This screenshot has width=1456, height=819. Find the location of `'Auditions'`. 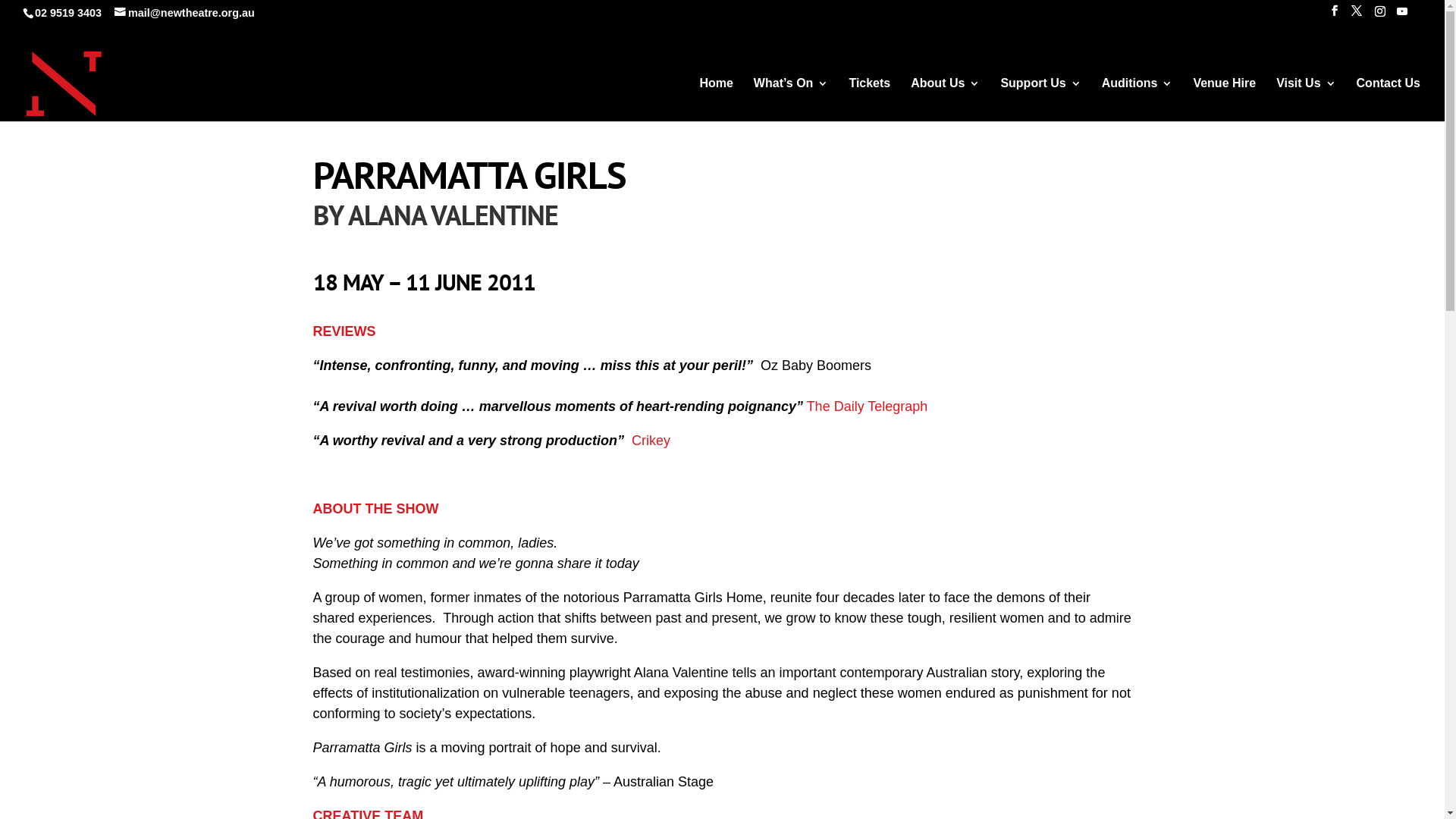

'Auditions' is located at coordinates (1137, 102).